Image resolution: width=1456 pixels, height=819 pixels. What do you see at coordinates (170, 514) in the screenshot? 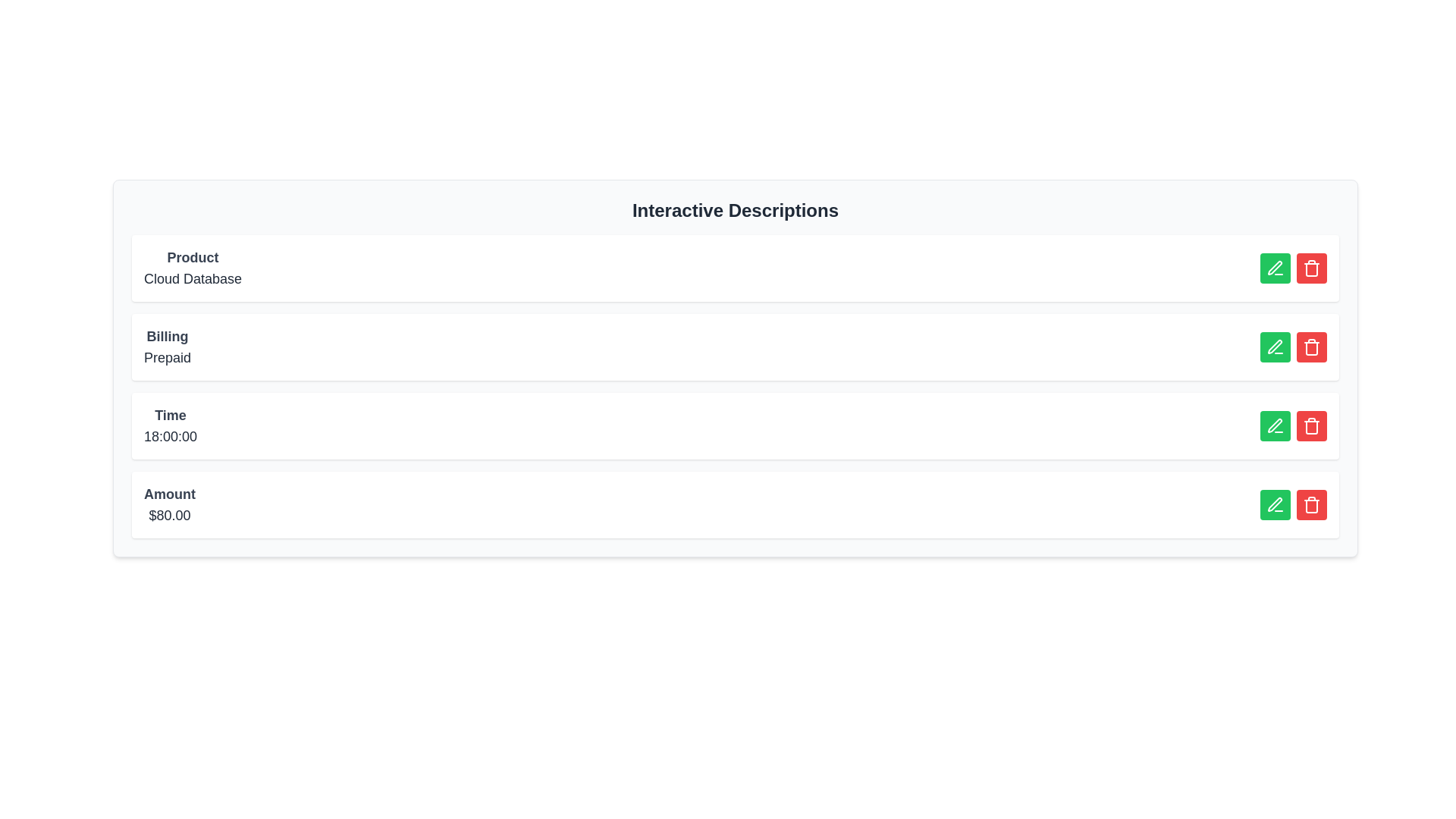
I see `the static text element displaying the monetary amount '$80.00', which is located in the lower-right corner of the 'Amount' section` at bounding box center [170, 514].